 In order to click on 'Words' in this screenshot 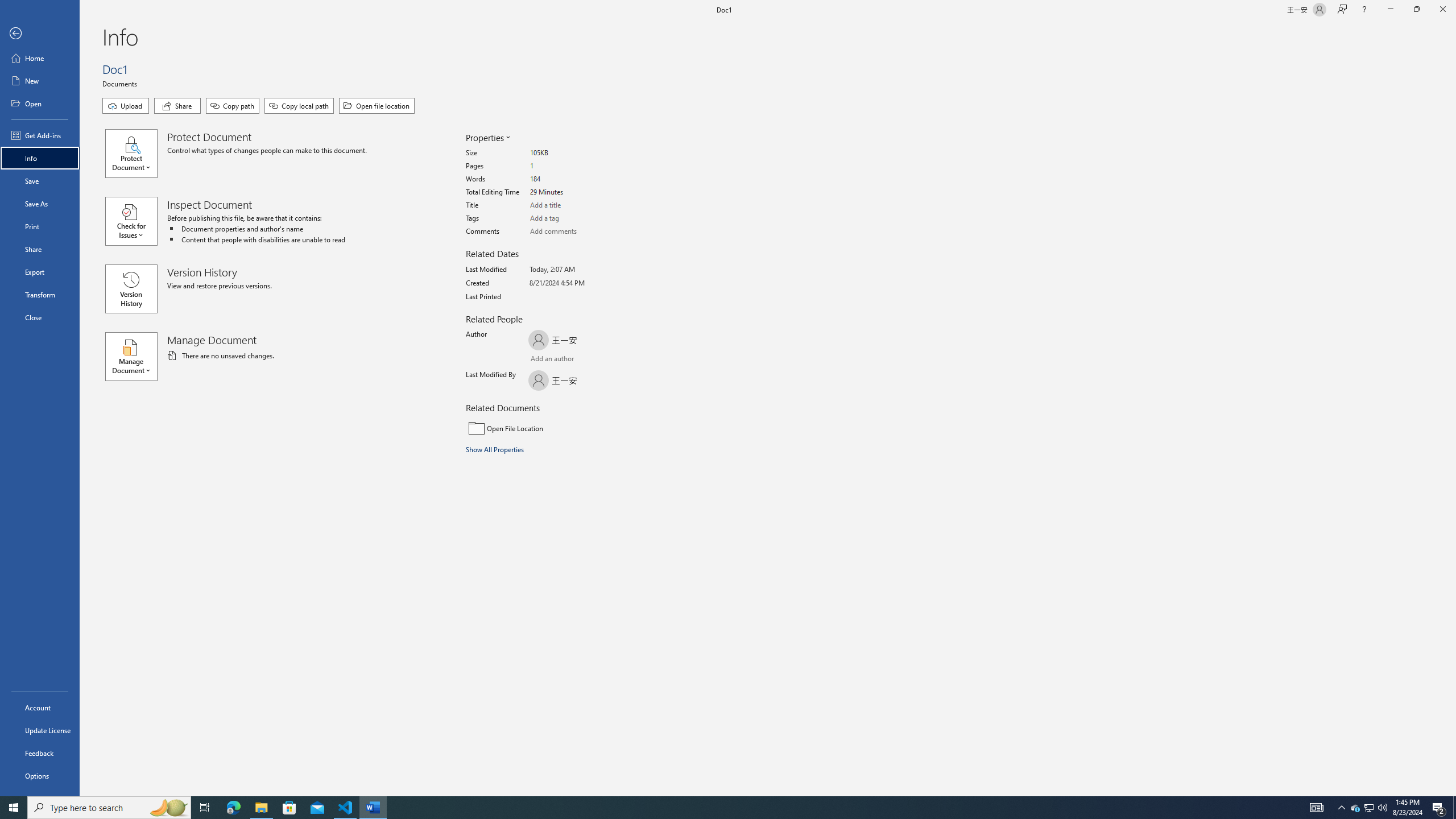, I will do `click(572, 179)`.